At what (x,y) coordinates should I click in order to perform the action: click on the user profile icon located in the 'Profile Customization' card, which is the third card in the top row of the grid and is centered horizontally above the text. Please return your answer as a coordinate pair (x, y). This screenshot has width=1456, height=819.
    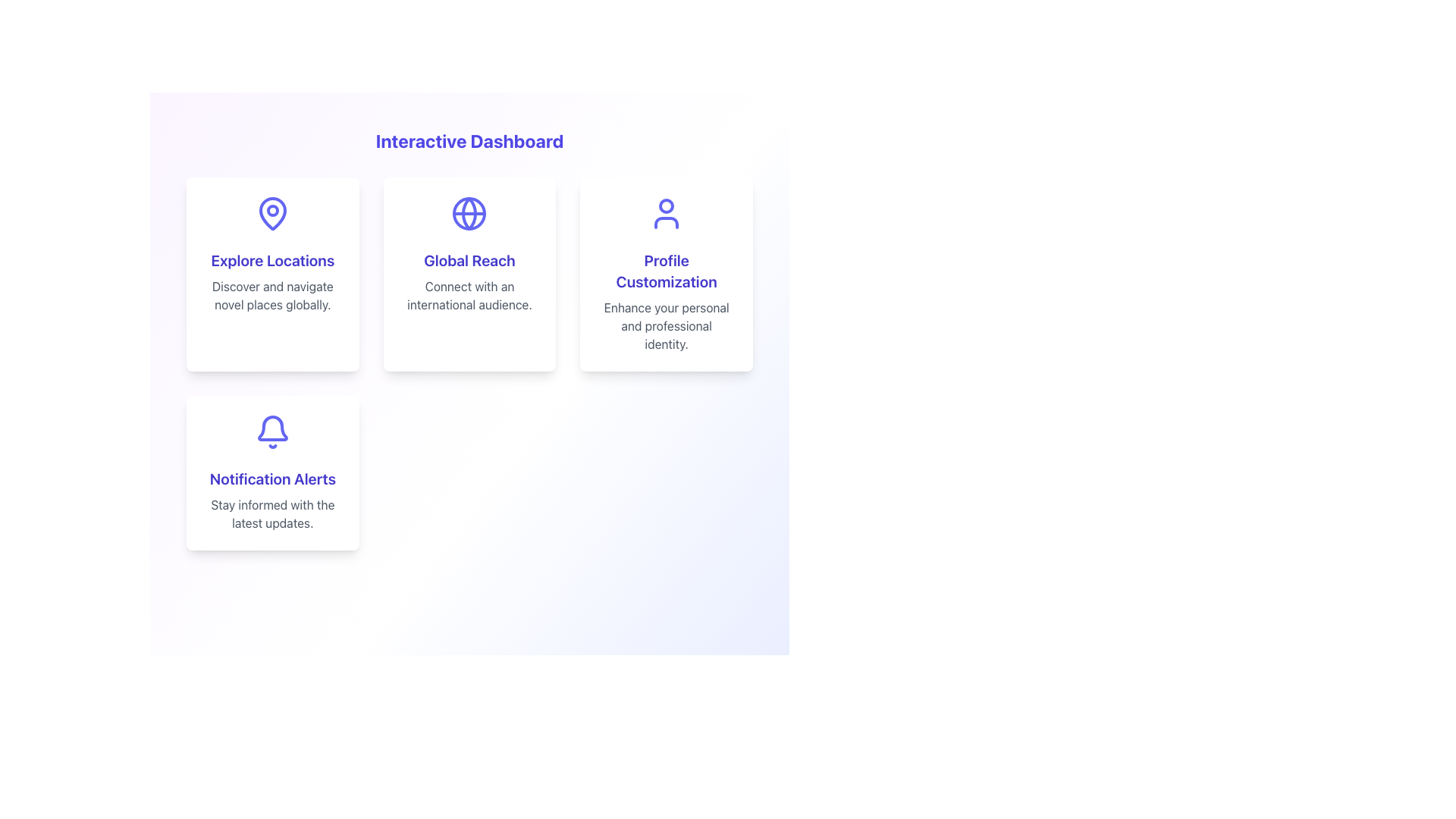
    Looking at the image, I should click on (667, 213).